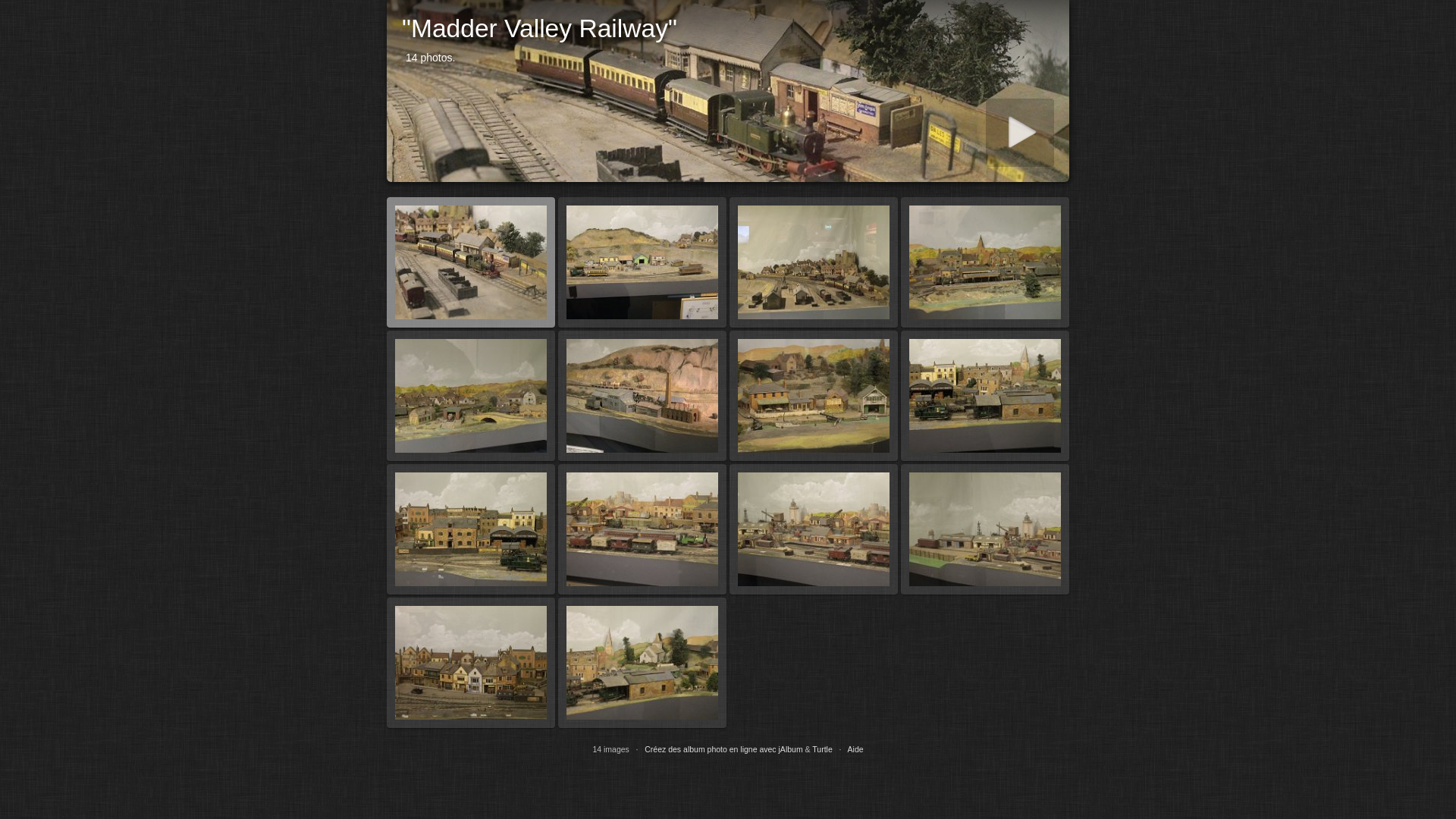  I want to click on 'Aide', so click(855, 748).